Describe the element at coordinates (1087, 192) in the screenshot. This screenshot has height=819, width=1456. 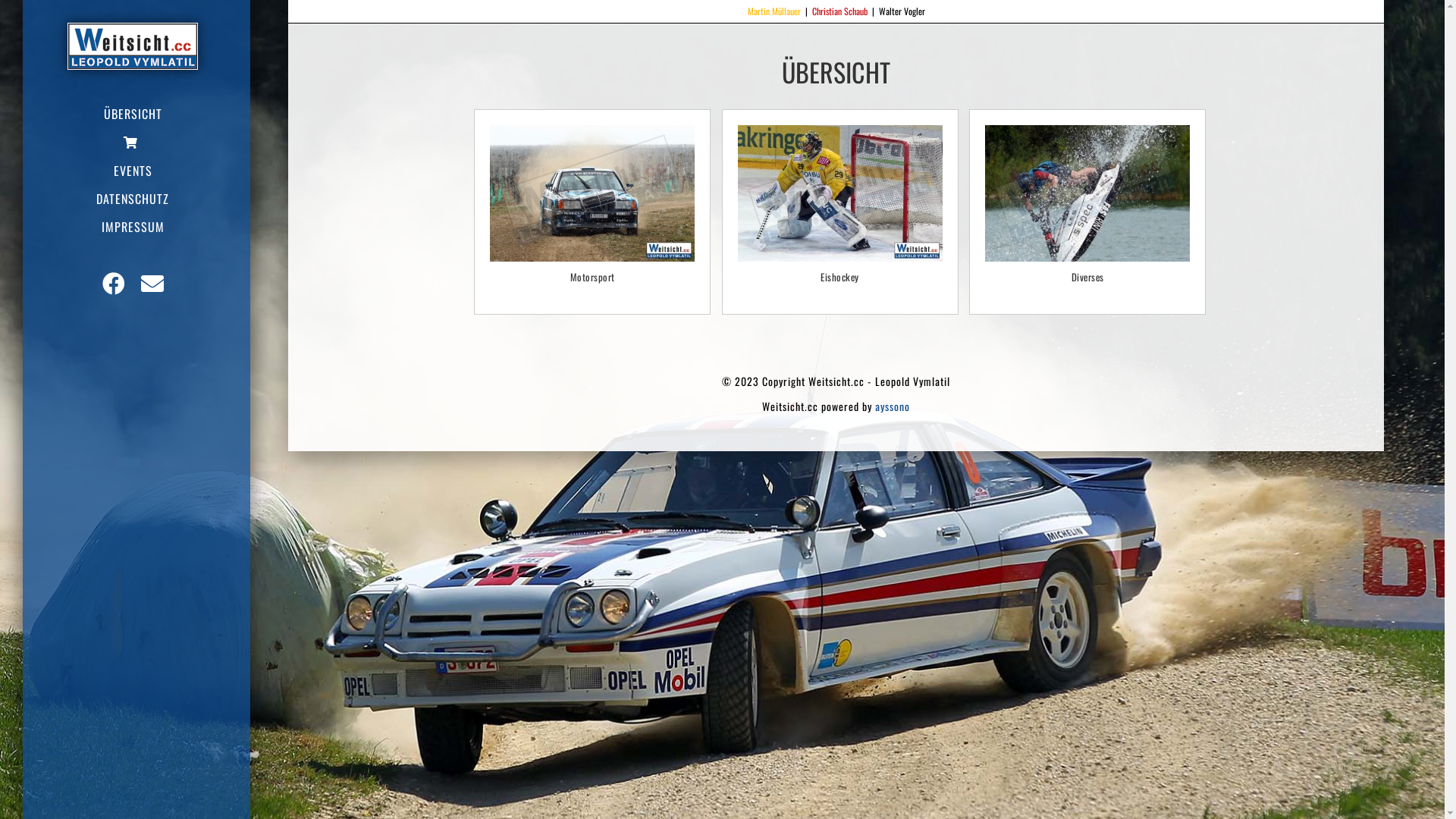
I see `'LEVY0008'` at that location.